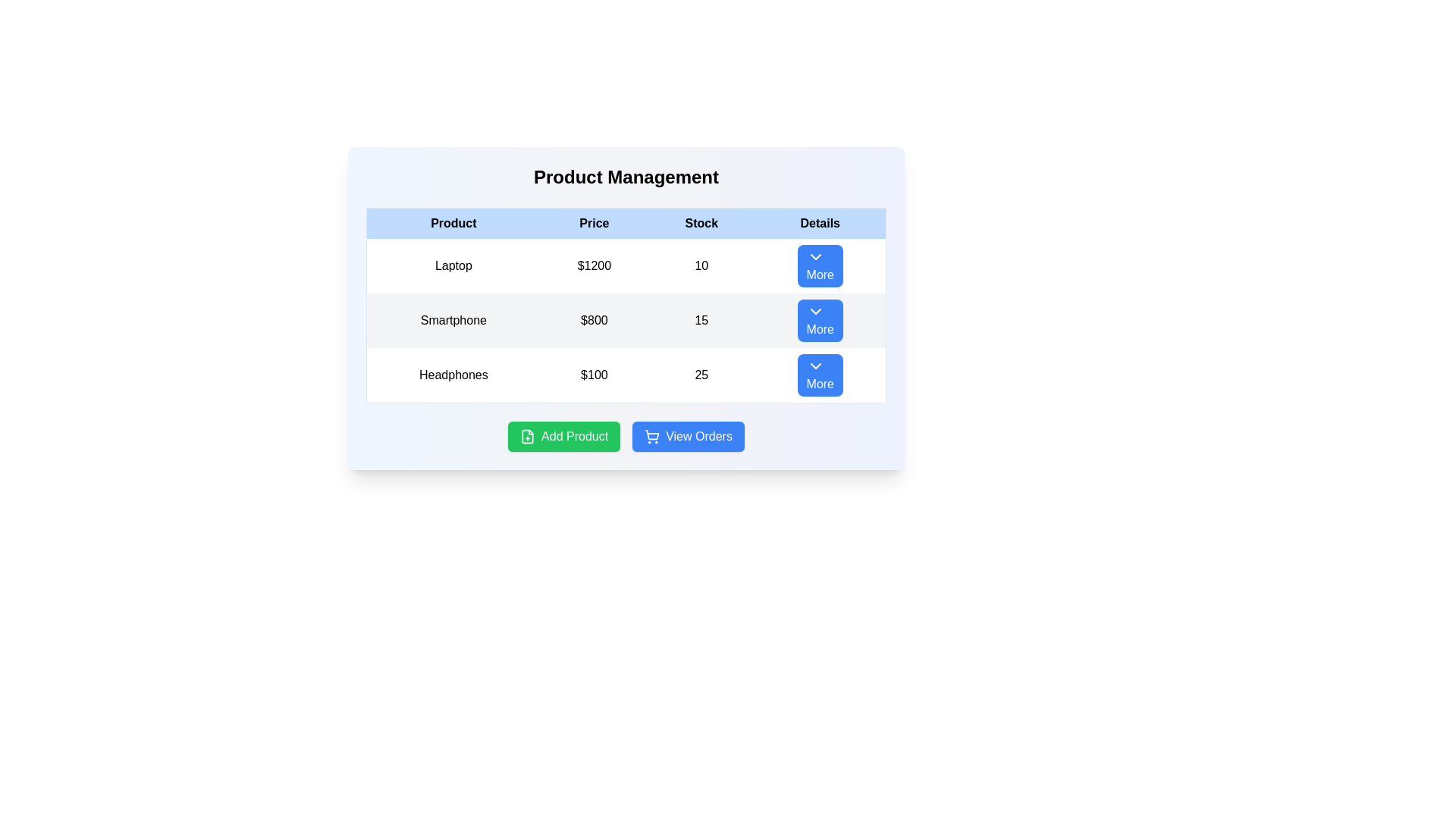 Image resolution: width=1456 pixels, height=819 pixels. Describe the element at coordinates (626, 177) in the screenshot. I see `the 'Product Management' text label, which serves as a header for the related section below` at that location.